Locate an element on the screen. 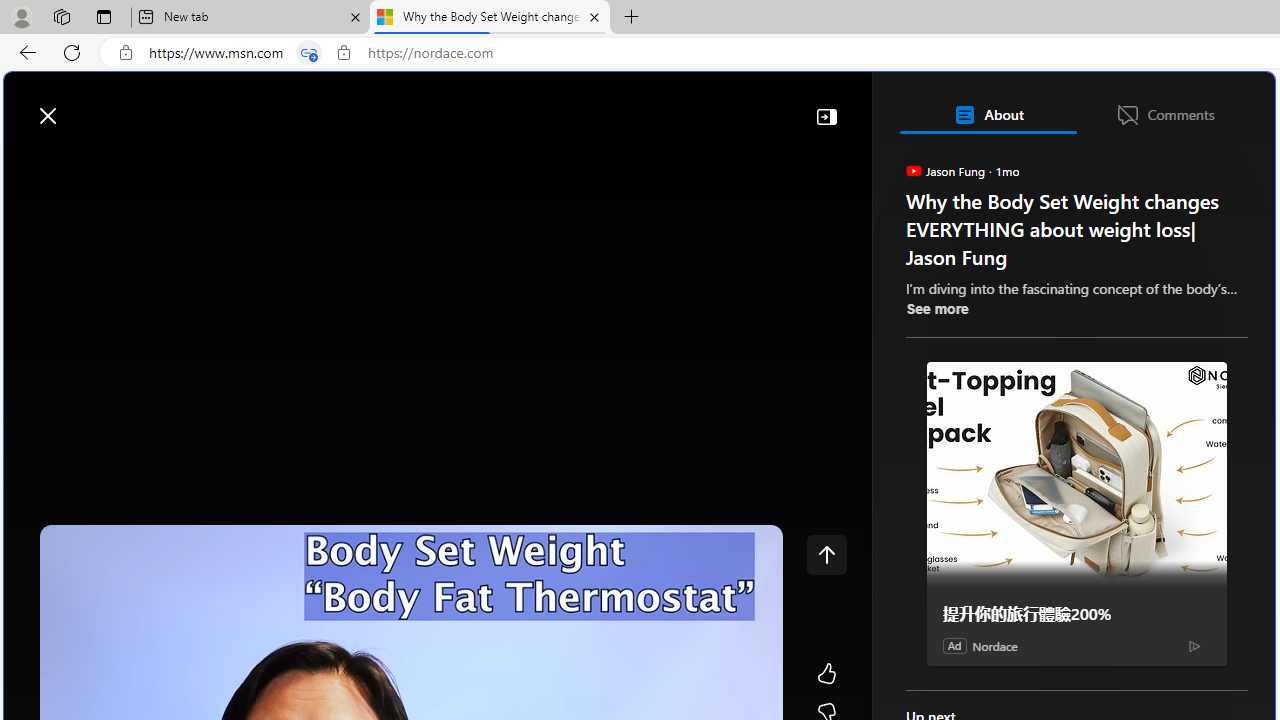 The width and height of the screenshot is (1280, 720). 'Personal Profile' is located at coordinates (21, 16).